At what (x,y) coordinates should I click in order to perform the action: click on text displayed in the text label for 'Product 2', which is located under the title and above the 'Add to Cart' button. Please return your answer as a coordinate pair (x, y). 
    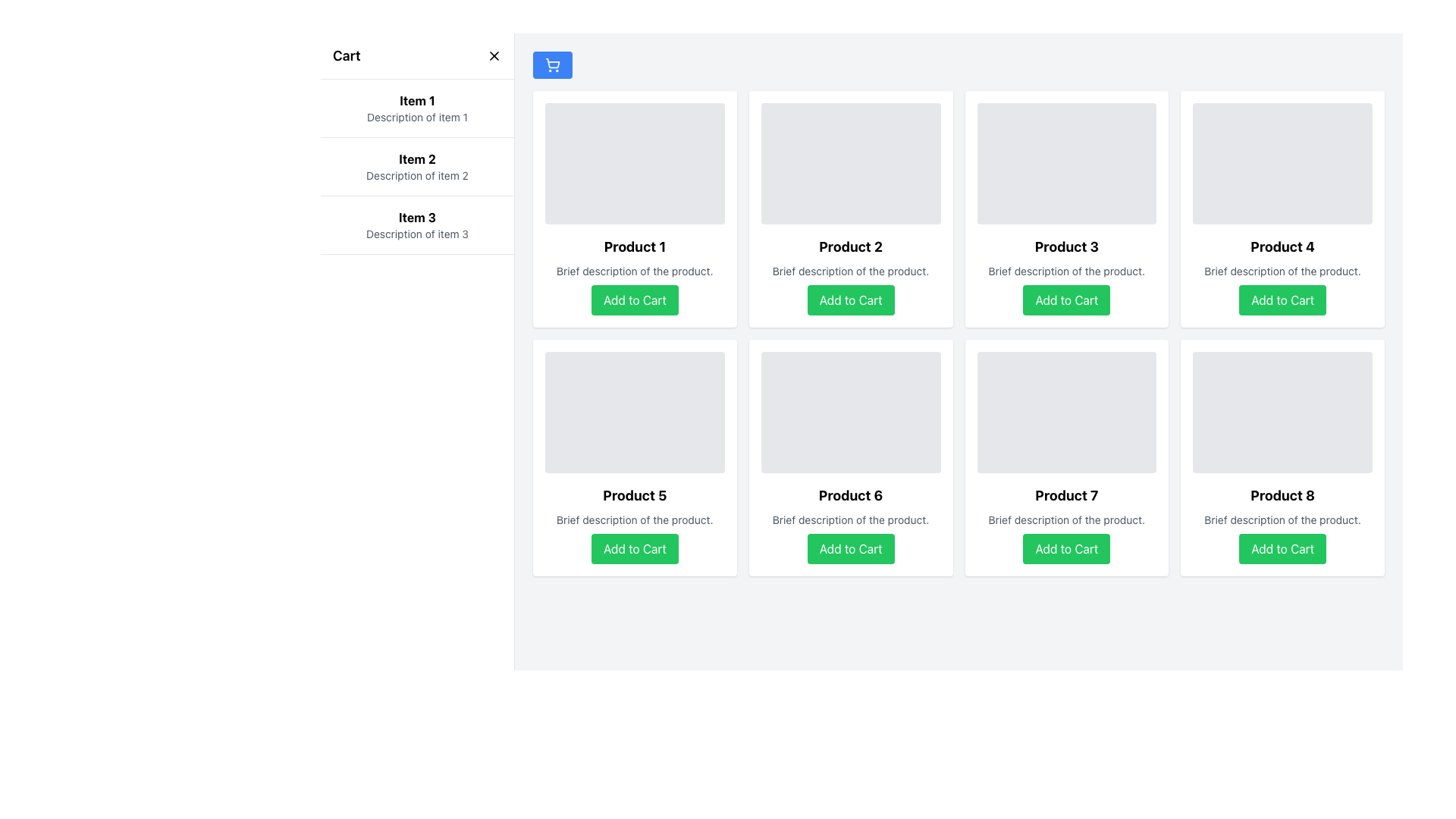
    Looking at the image, I should click on (851, 271).